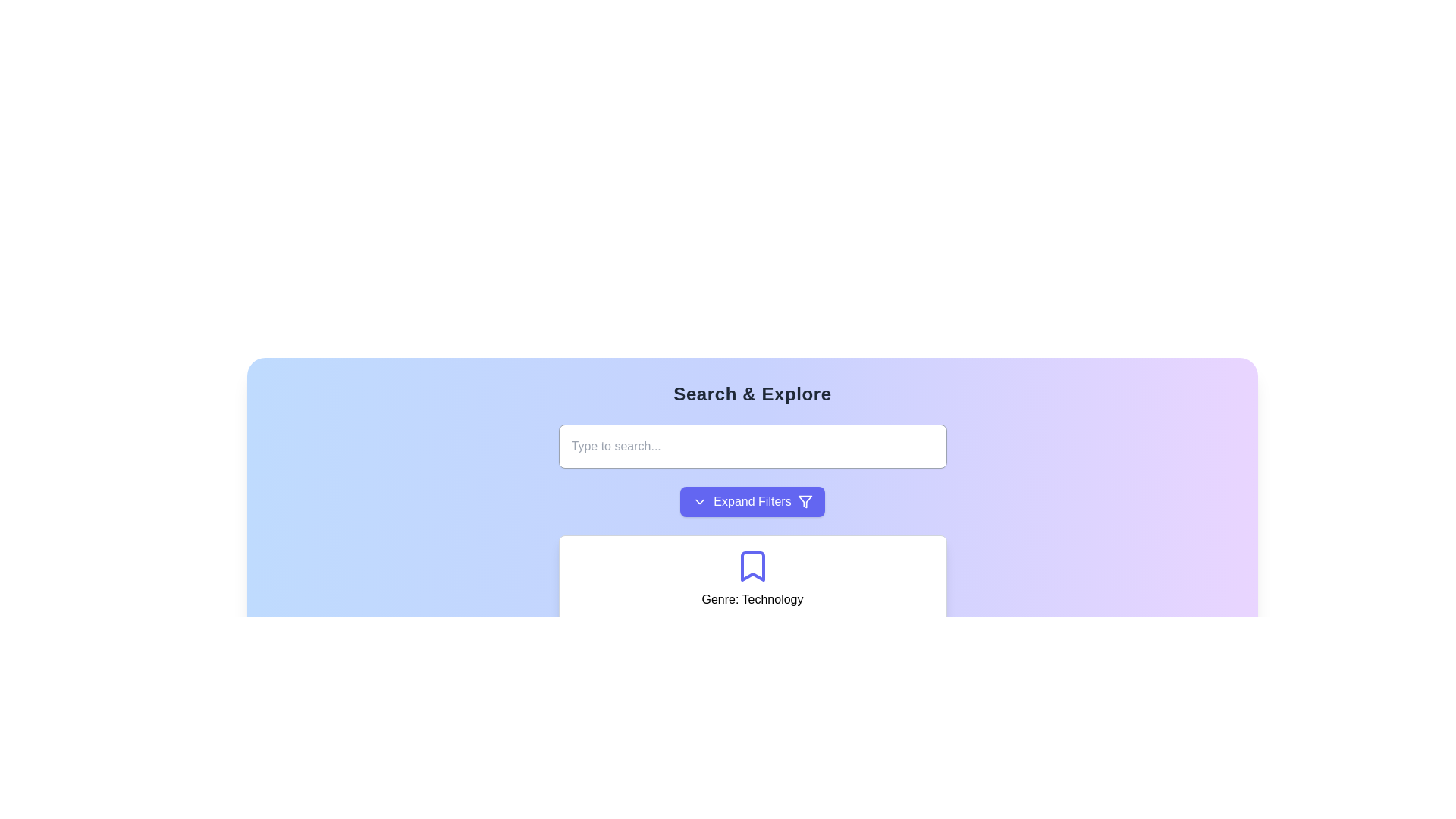 This screenshot has height=819, width=1456. I want to click on the rectangular blue 'Expand Filters' button with white text and icons, so click(752, 502).